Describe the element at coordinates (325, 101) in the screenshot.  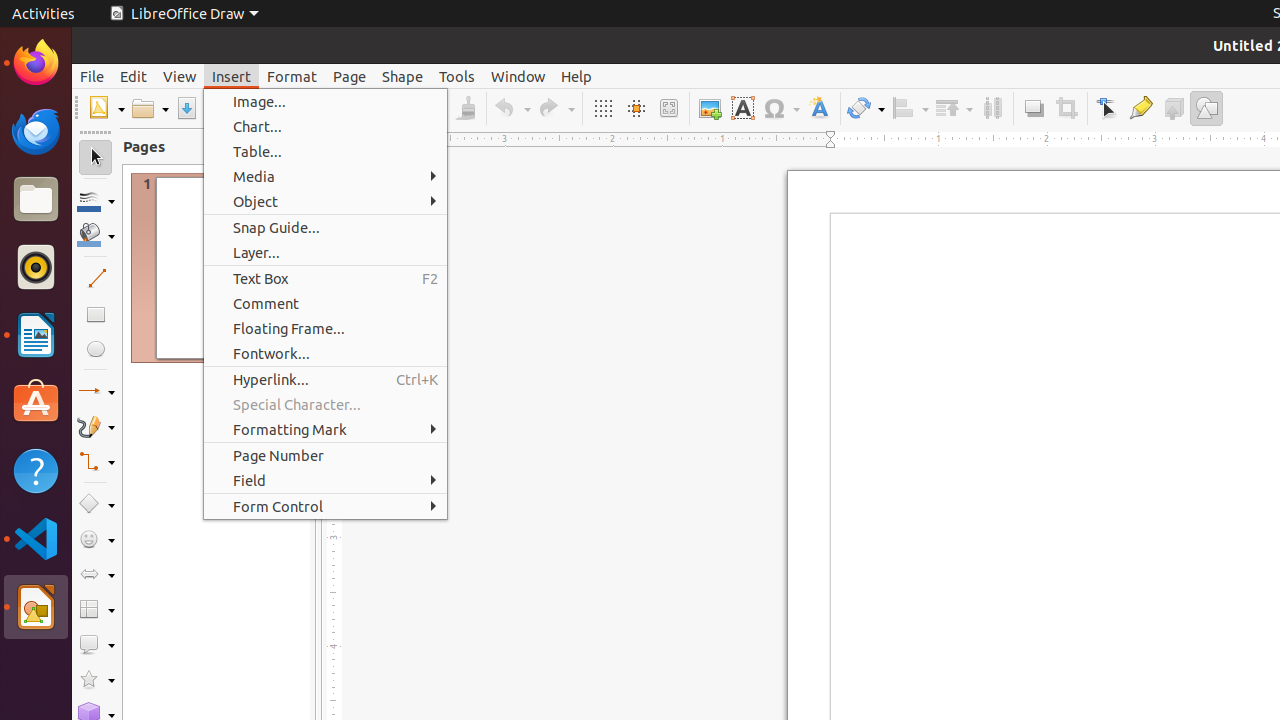
I see `'Image...'` at that location.